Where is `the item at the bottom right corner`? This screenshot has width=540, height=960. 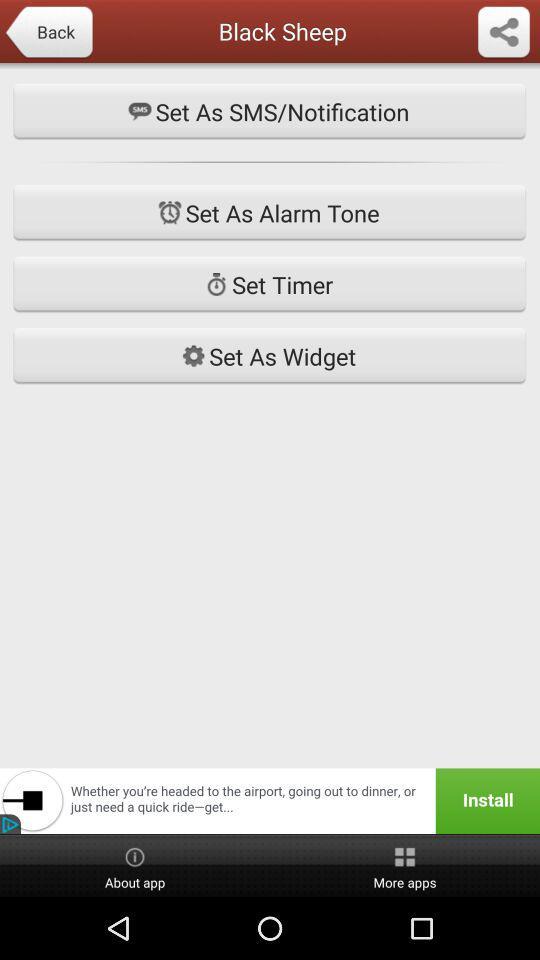 the item at the bottom right corner is located at coordinates (405, 865).